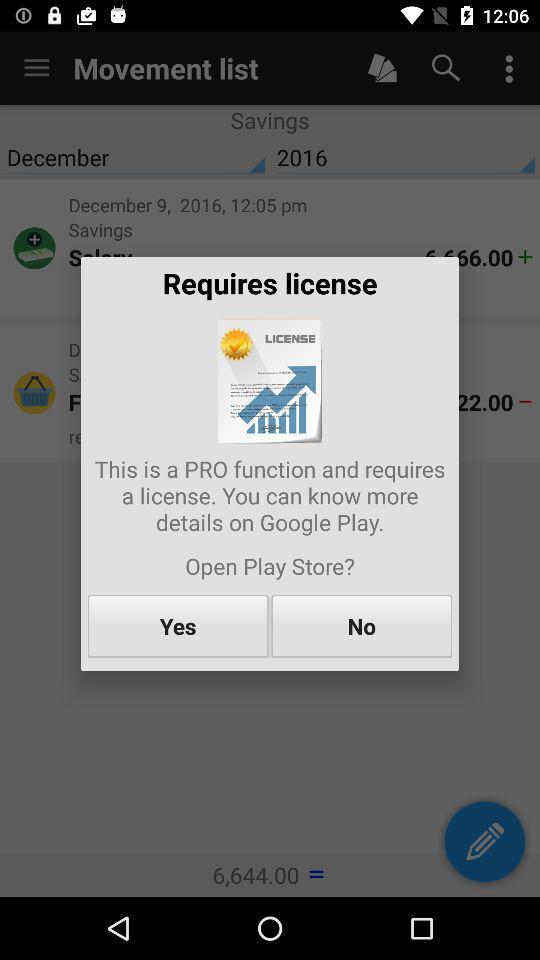 The height and width of the screenshot is (960, 540). What do you see at coordinates (360, 625) in the screenshot?
I see `the item next to the yes item` at bounding box center [360, 625].